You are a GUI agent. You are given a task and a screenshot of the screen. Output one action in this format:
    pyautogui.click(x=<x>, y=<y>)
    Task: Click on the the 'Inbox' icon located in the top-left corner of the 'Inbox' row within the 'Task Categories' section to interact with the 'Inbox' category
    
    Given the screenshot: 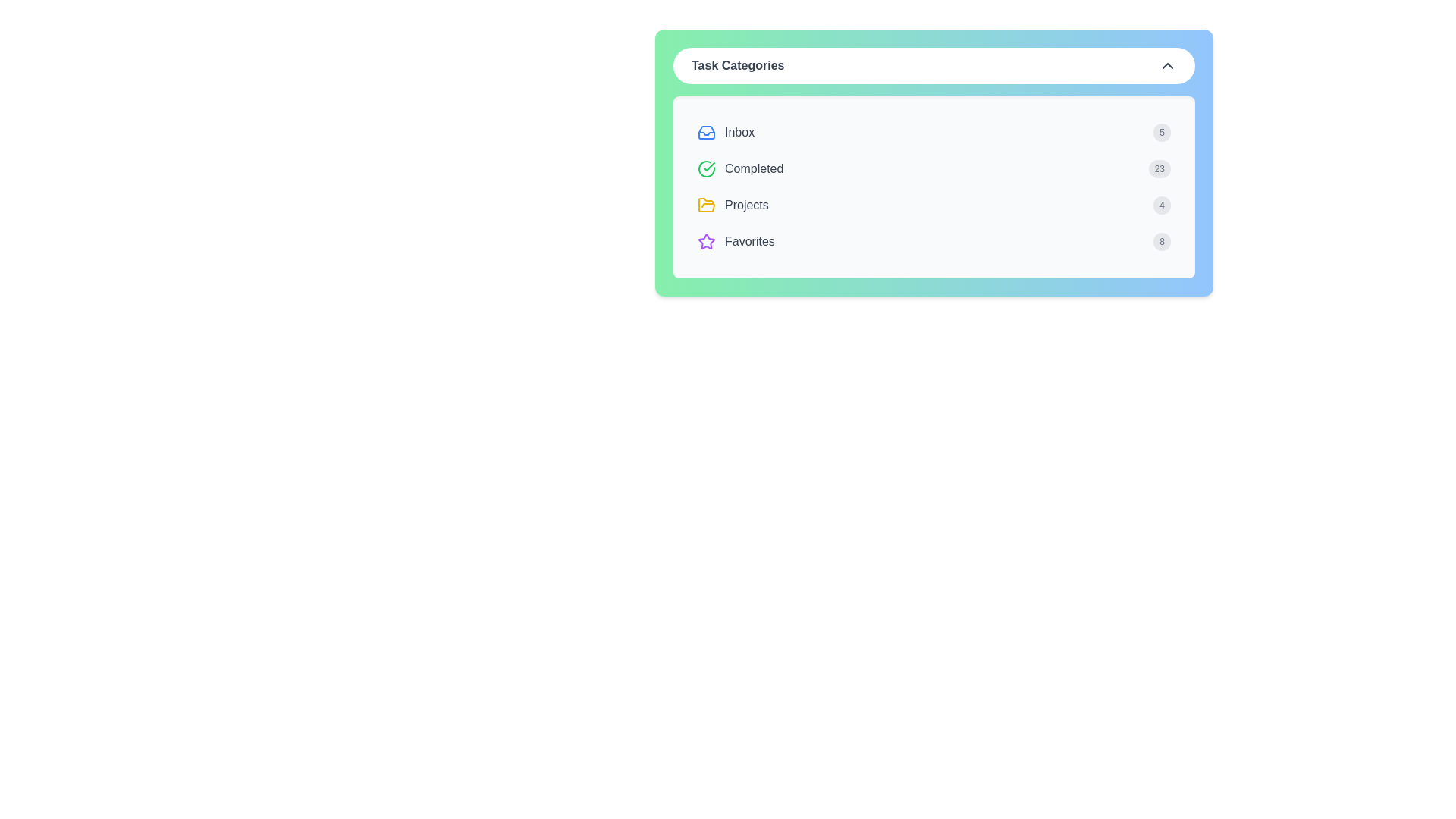 What is the action you would take?
    pyautogui.click(x=705, y=131)
    